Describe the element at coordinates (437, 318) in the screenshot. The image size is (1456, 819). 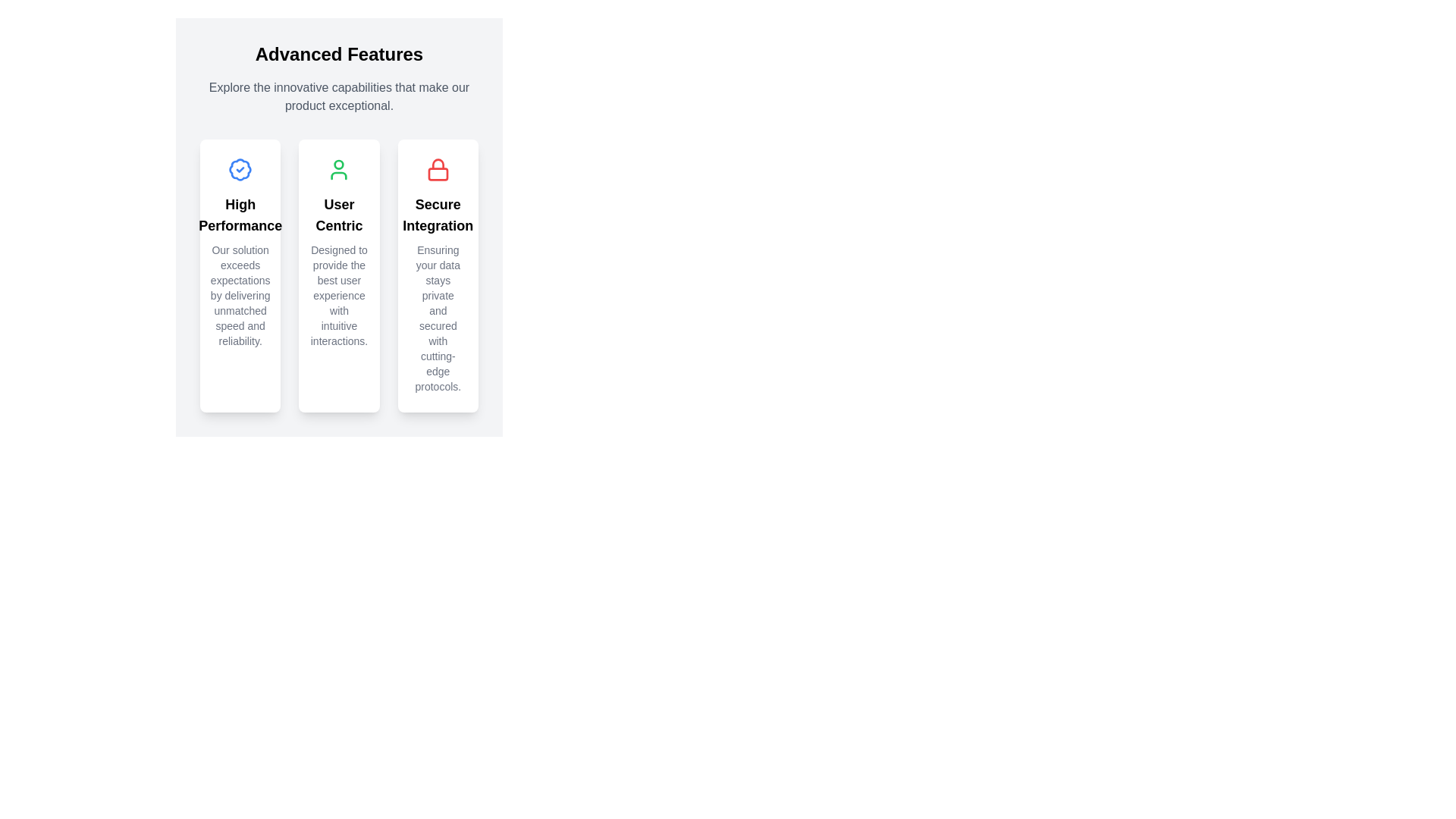
I see `static informational text that says 'Ensuring your data stays private and secured with cutting-edge protocols.' located below the 'Secure Integration' title in the rightmost card of the feature cards` at that location.